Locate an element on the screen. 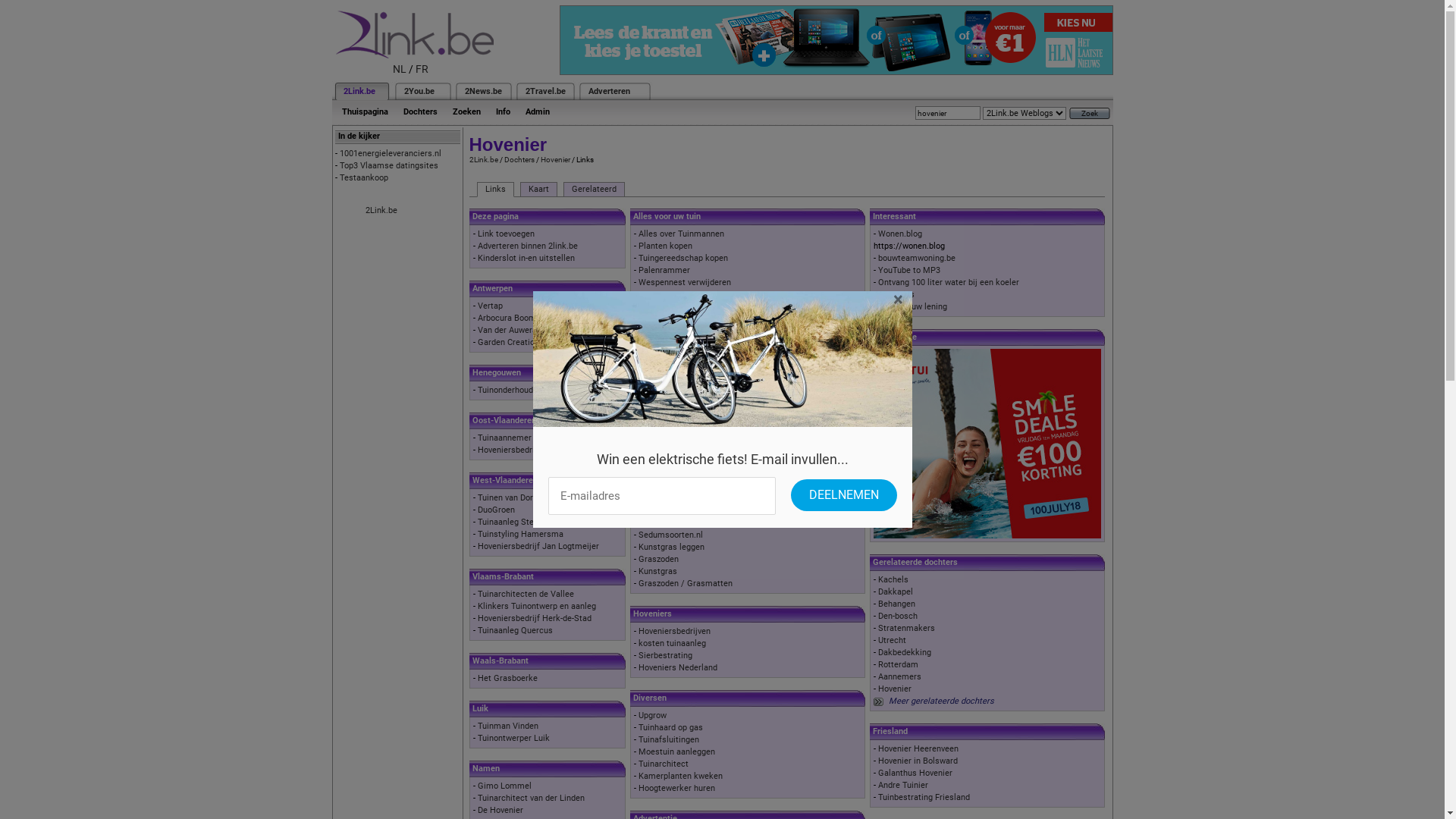  'Graszoden / Grasmatten' is located at coordinates (638, 582).